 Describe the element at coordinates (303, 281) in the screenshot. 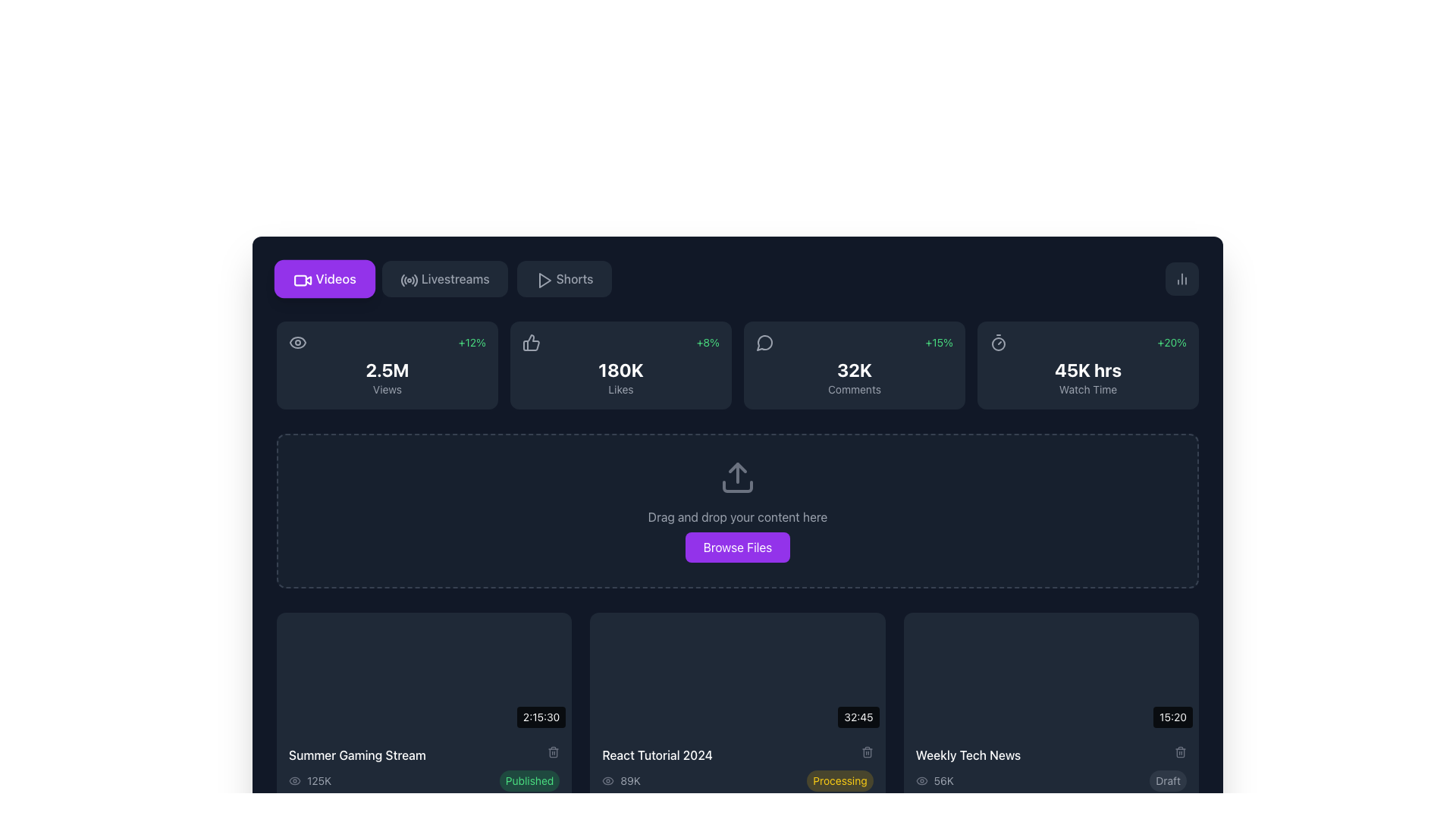

I see `the video camera icon located within the purple 'Videos' button in the horizontal navigation menu at the top of the page` at that location.